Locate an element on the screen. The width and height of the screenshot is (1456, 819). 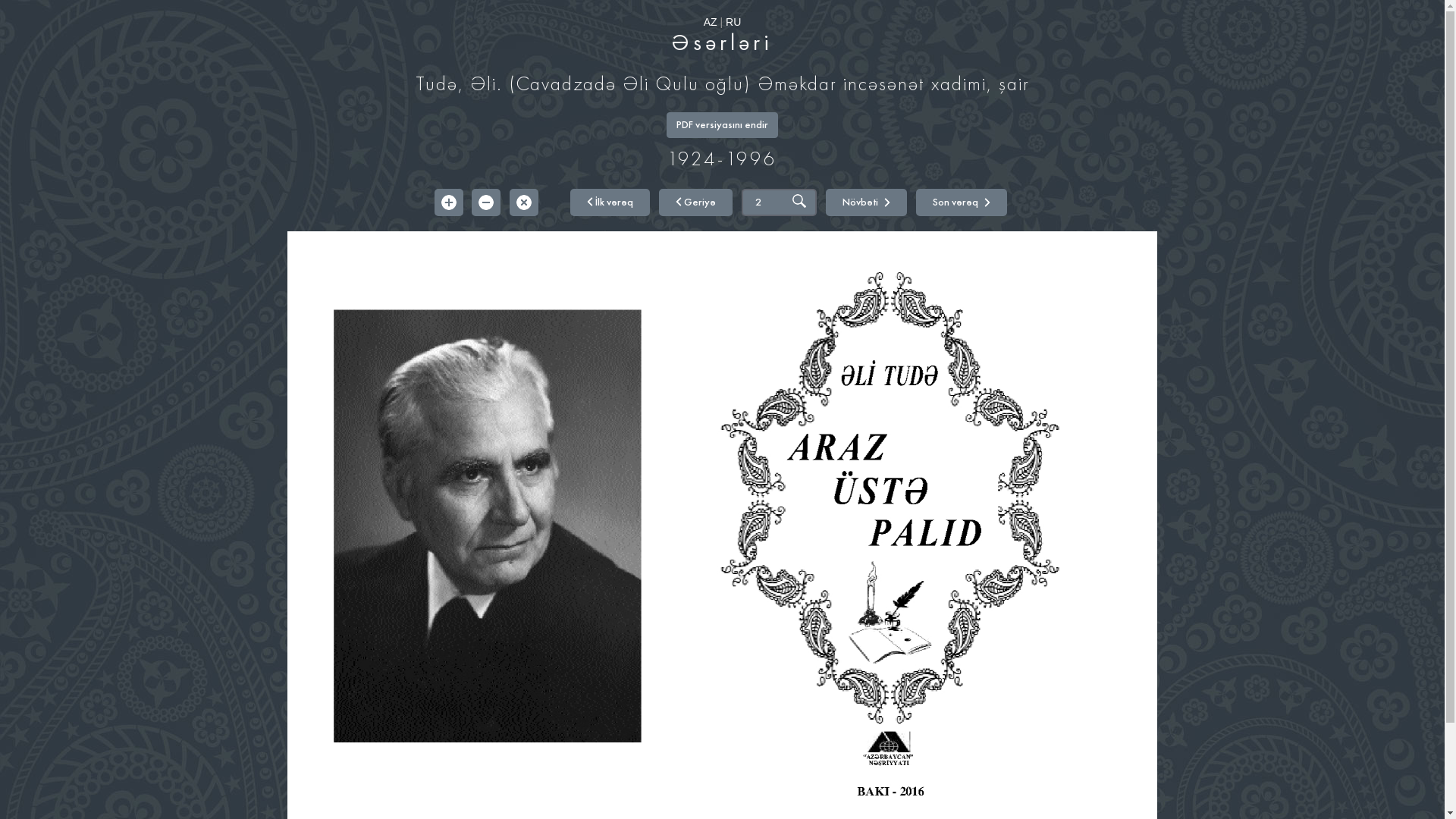
'AZ' is located at coordinates (702, 22).